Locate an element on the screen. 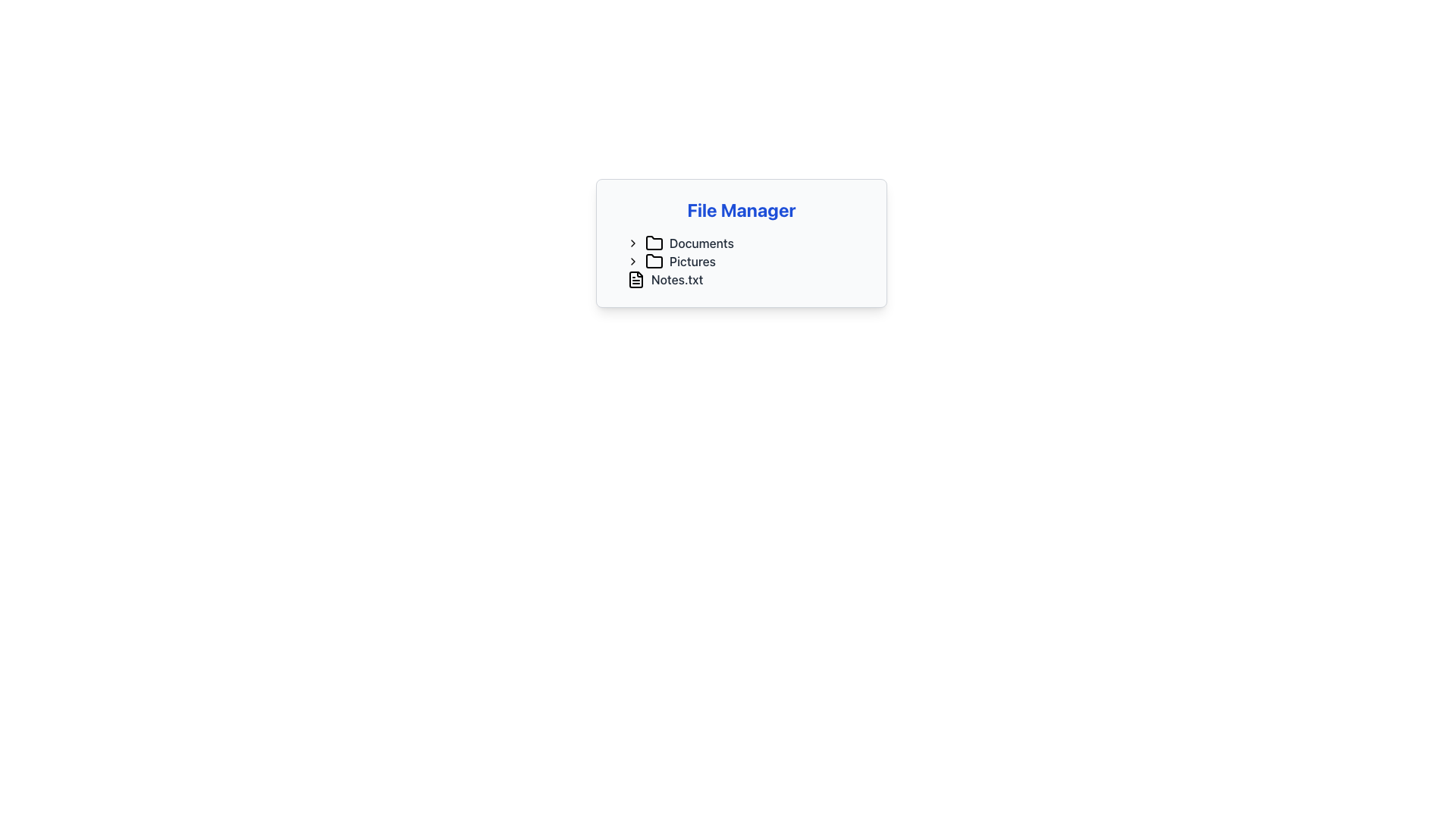 The height and width of the screenshot is (819, 1456). the folder icon representing the 'Pictures' folder in the 'File Manager' section is located at coordinates (654, 260).